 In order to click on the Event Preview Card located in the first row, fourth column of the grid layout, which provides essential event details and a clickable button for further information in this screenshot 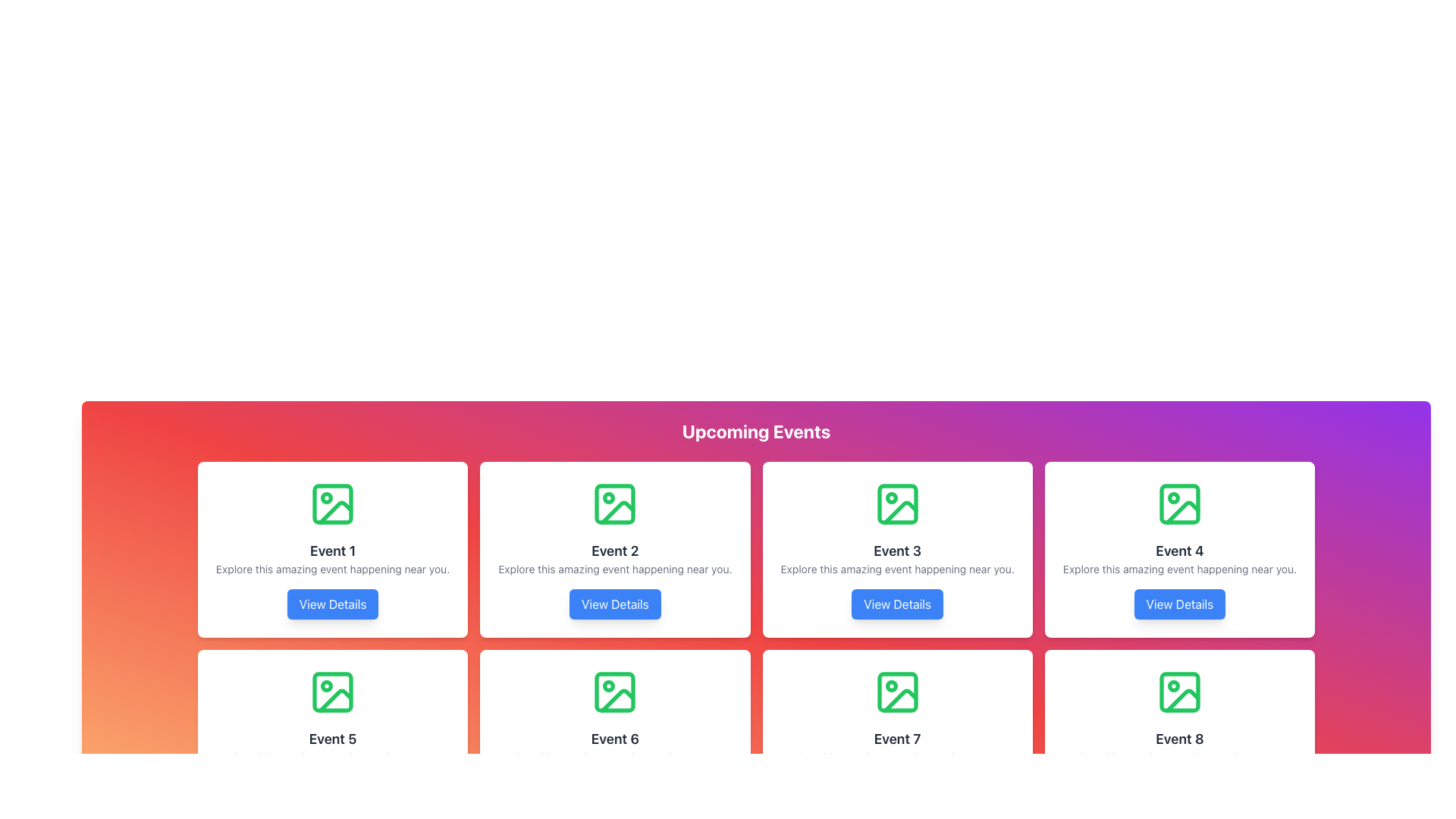, I will do `click(1178, 550)`.